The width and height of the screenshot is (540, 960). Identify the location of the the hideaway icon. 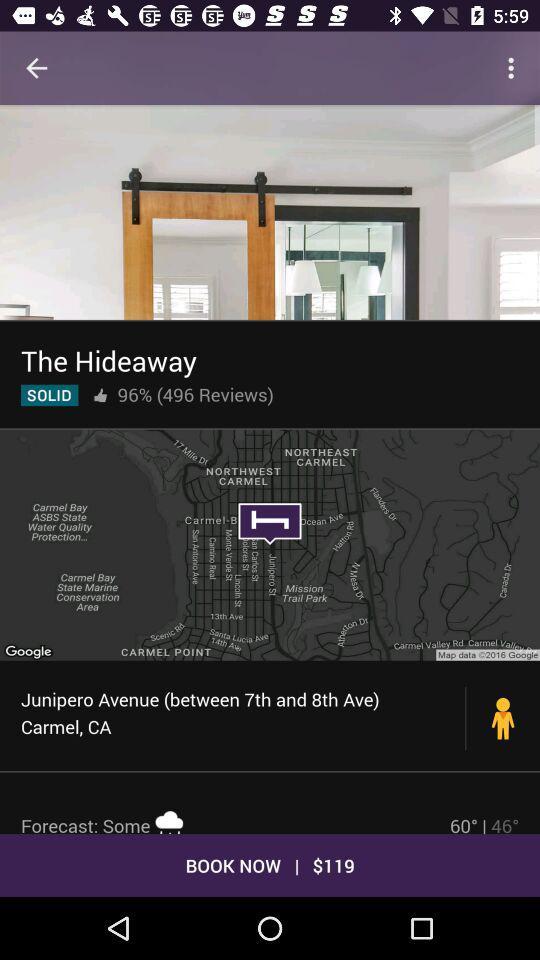
(108, 360).